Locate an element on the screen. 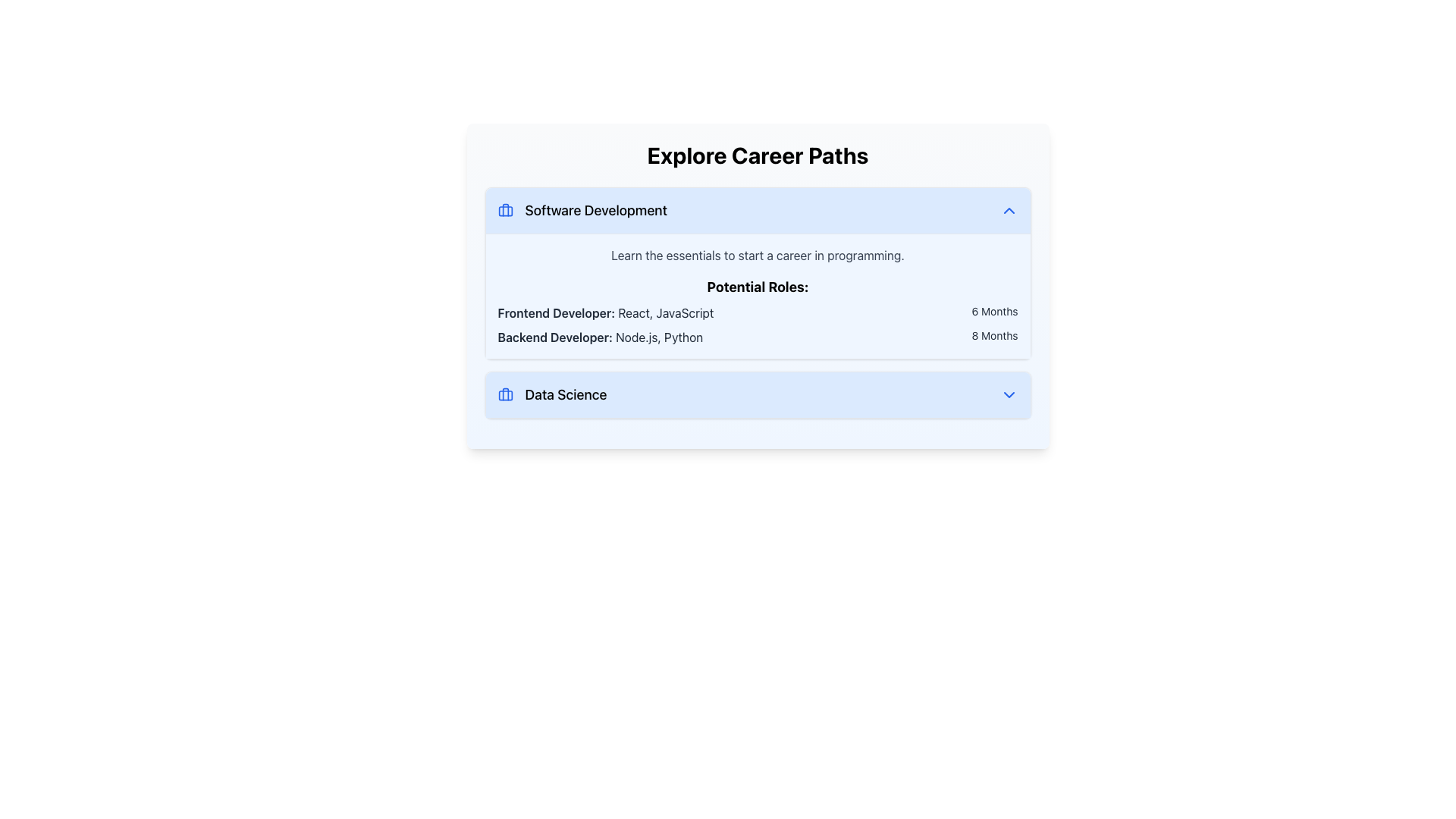 This screenshot has height=819, width=1456. the Header with icon that features a briefcase icon and bold text 'Software Development', located centrally under the 'Explore Career Paths' heading is located at coordinates (582, 210).